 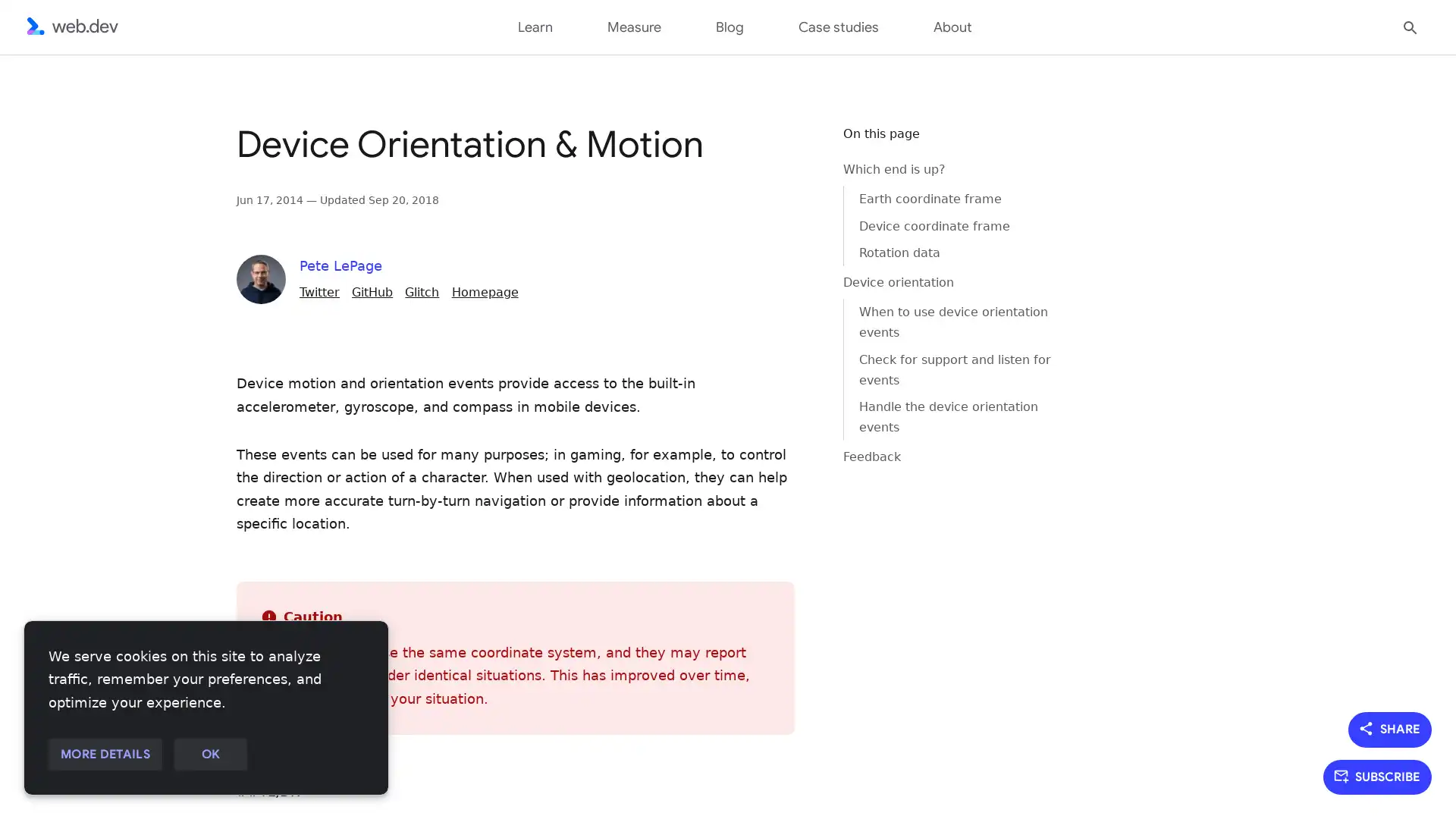 I want to click on OK, so click(x=209, y=755).